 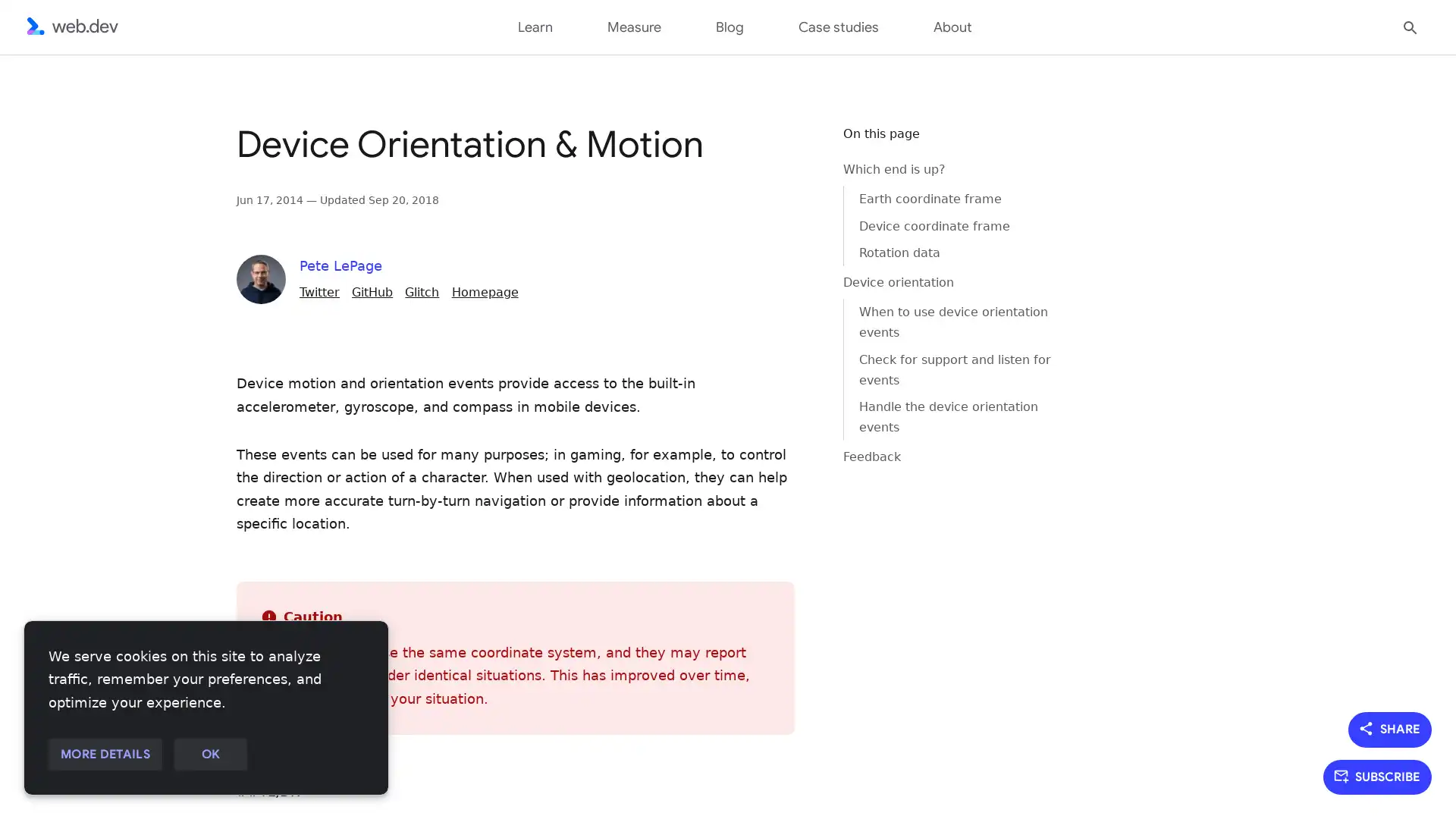 I want to click on OK, so click(x=209, y=755).